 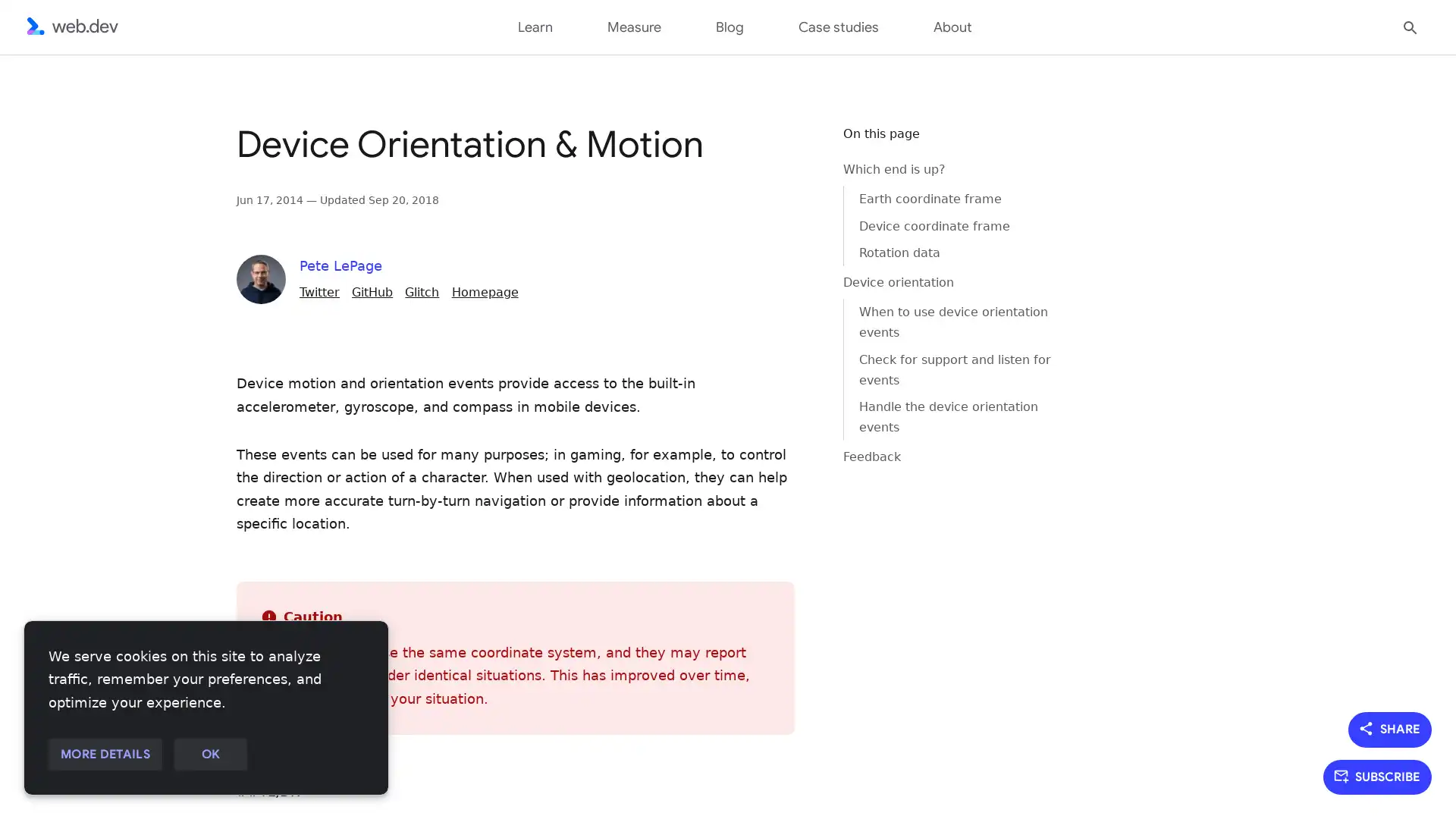 I want to click on OK, so click(x=209, y=755).